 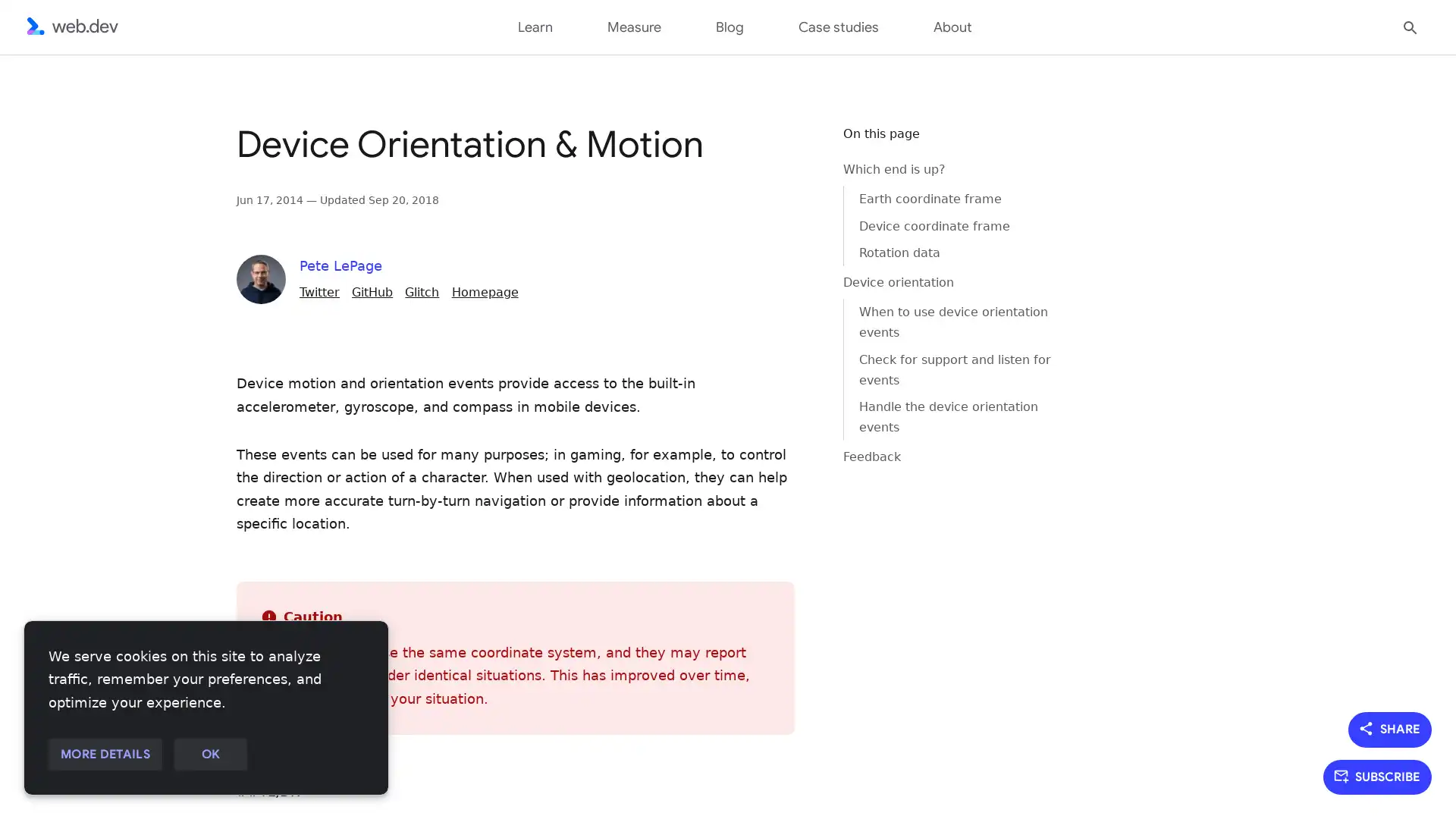 I want to click on OK, so click(x=209, y=755).